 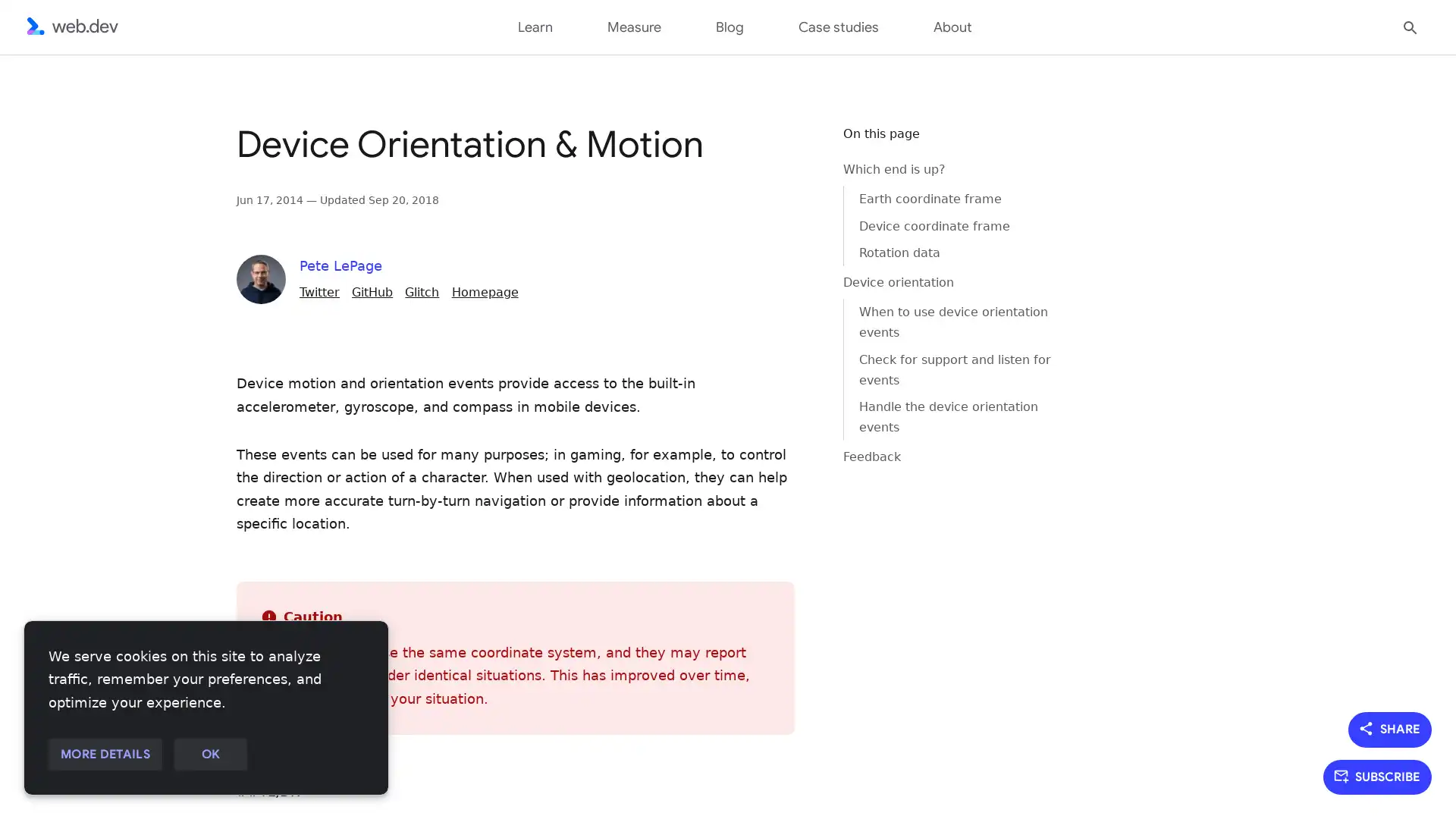 I want to click on OK, so click(x=209, y=755).